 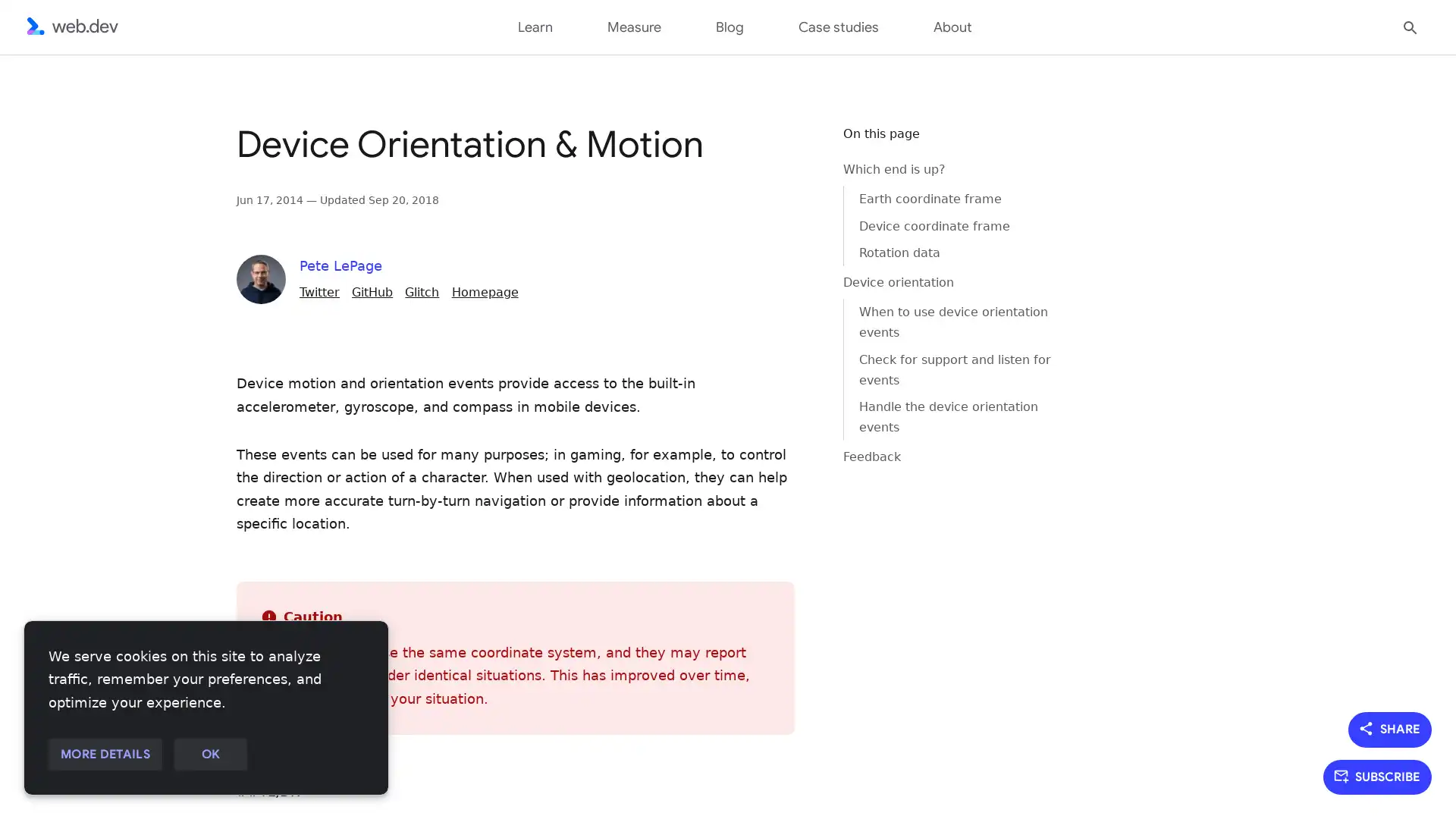 I want to click on OK, so click(x=209, y=755).